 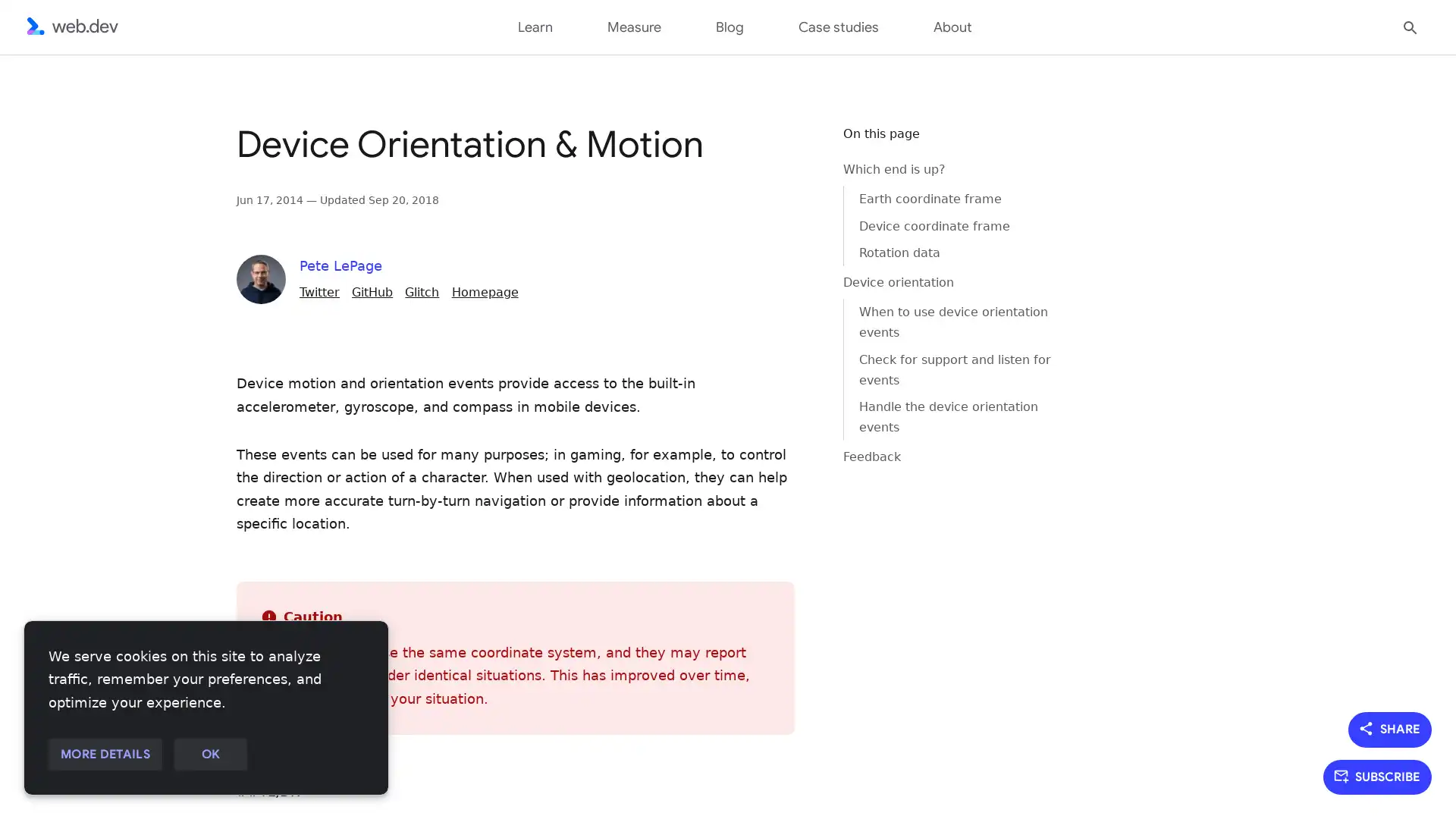 I want to click on OK, so click(x=209, y=755).